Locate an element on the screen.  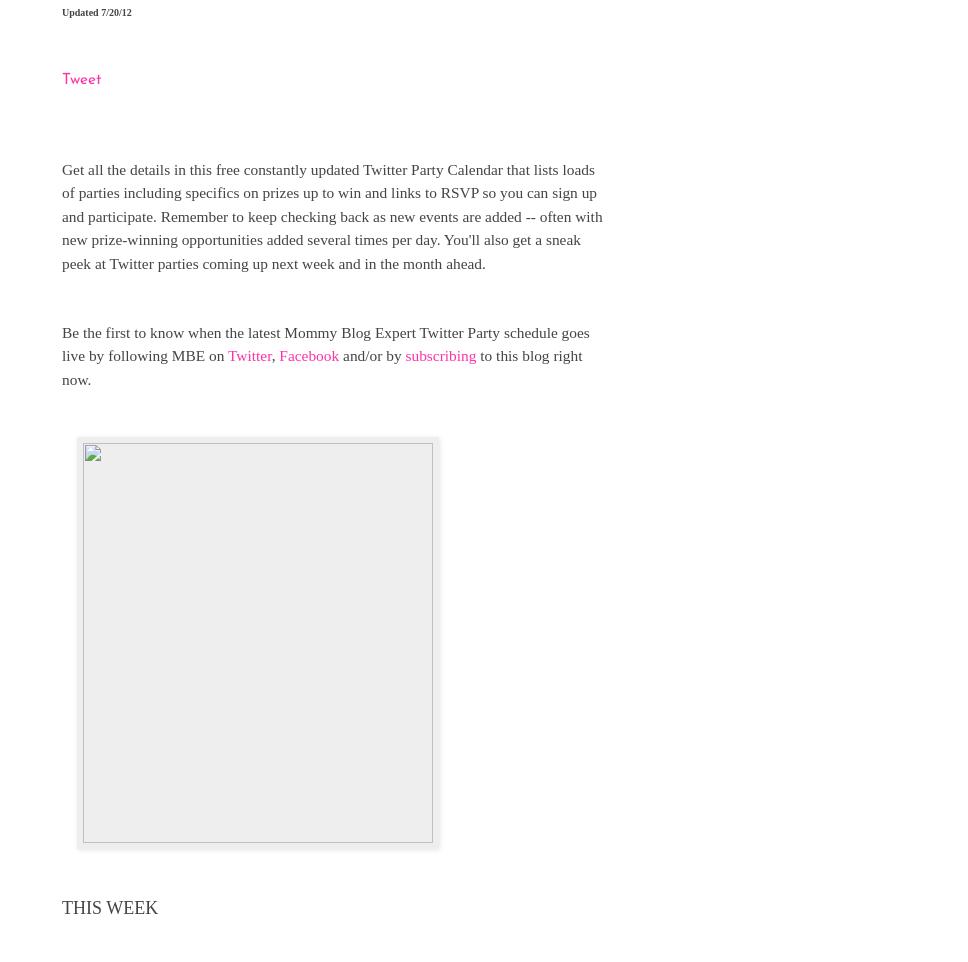
'Facebook' is located at coordinates (307, 355).